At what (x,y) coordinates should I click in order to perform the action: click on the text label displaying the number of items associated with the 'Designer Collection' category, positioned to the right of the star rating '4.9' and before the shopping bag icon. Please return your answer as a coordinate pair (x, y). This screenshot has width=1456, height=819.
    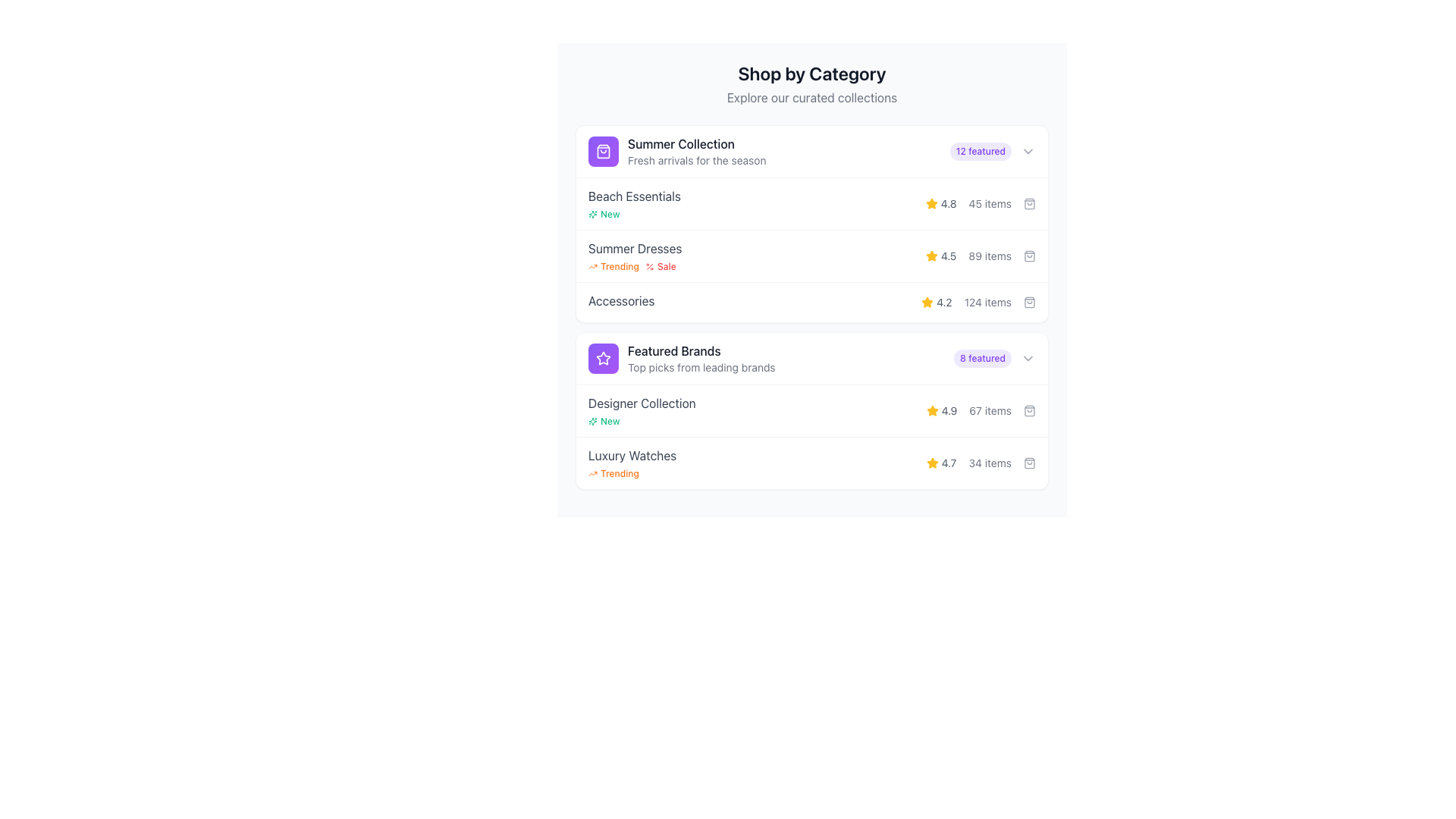
    Looking at the image, I should click on (990, 411).